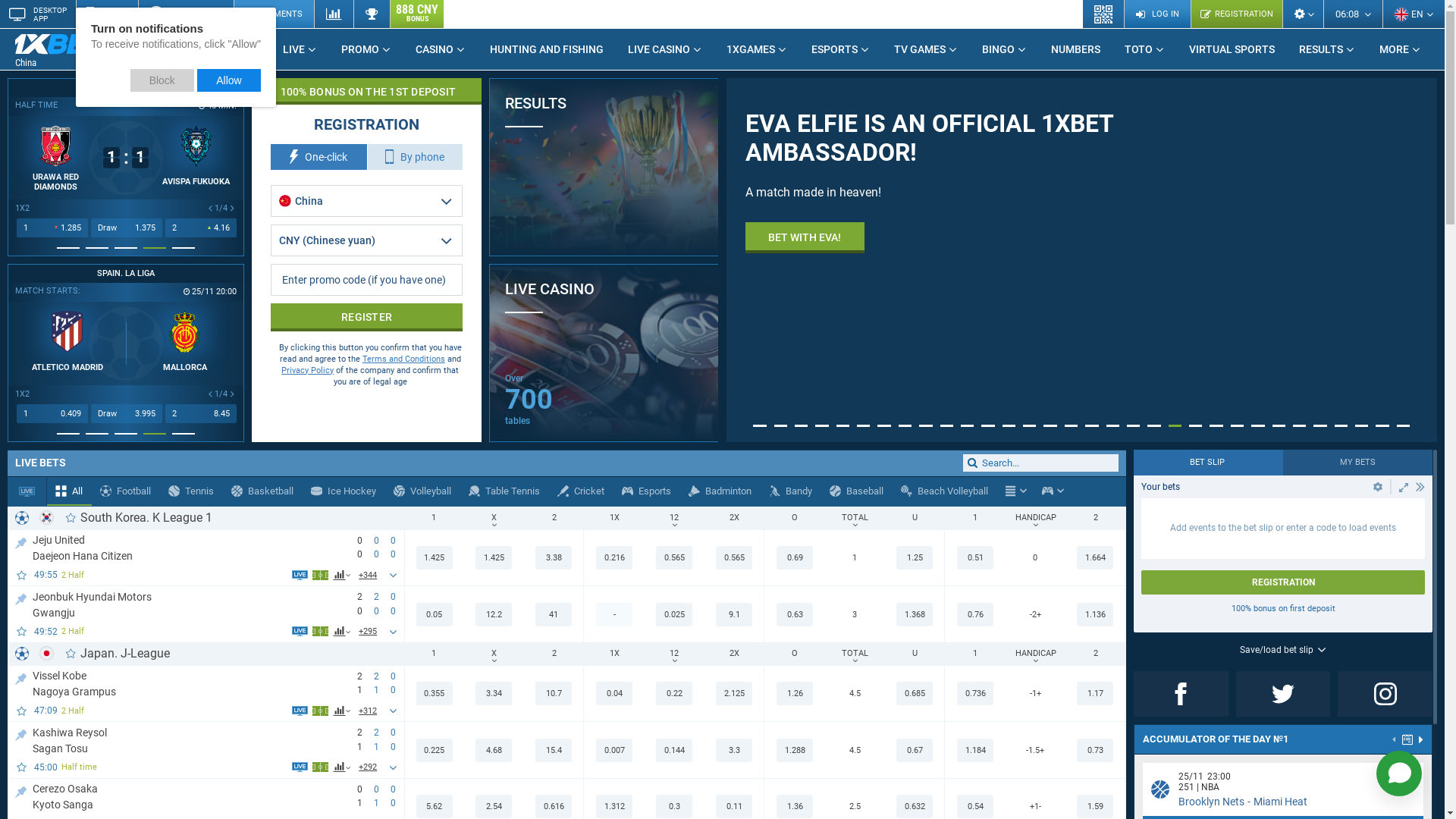  Describe the element at coordinates (312, 767) in the screenshot. I see `'Show 1xZone'` at that location.